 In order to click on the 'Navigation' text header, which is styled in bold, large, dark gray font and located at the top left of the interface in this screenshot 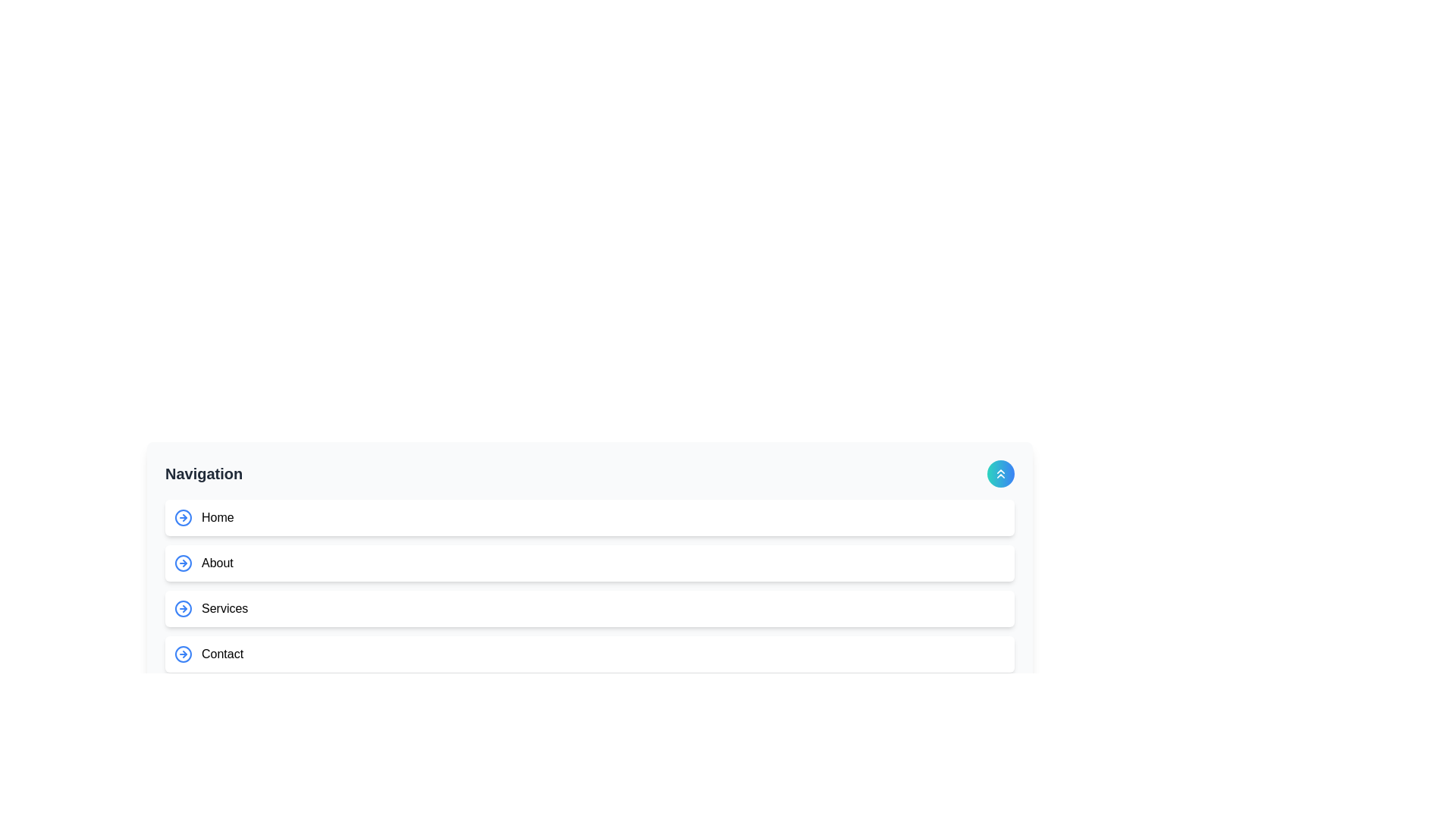, I will do `click(203, 472)`.